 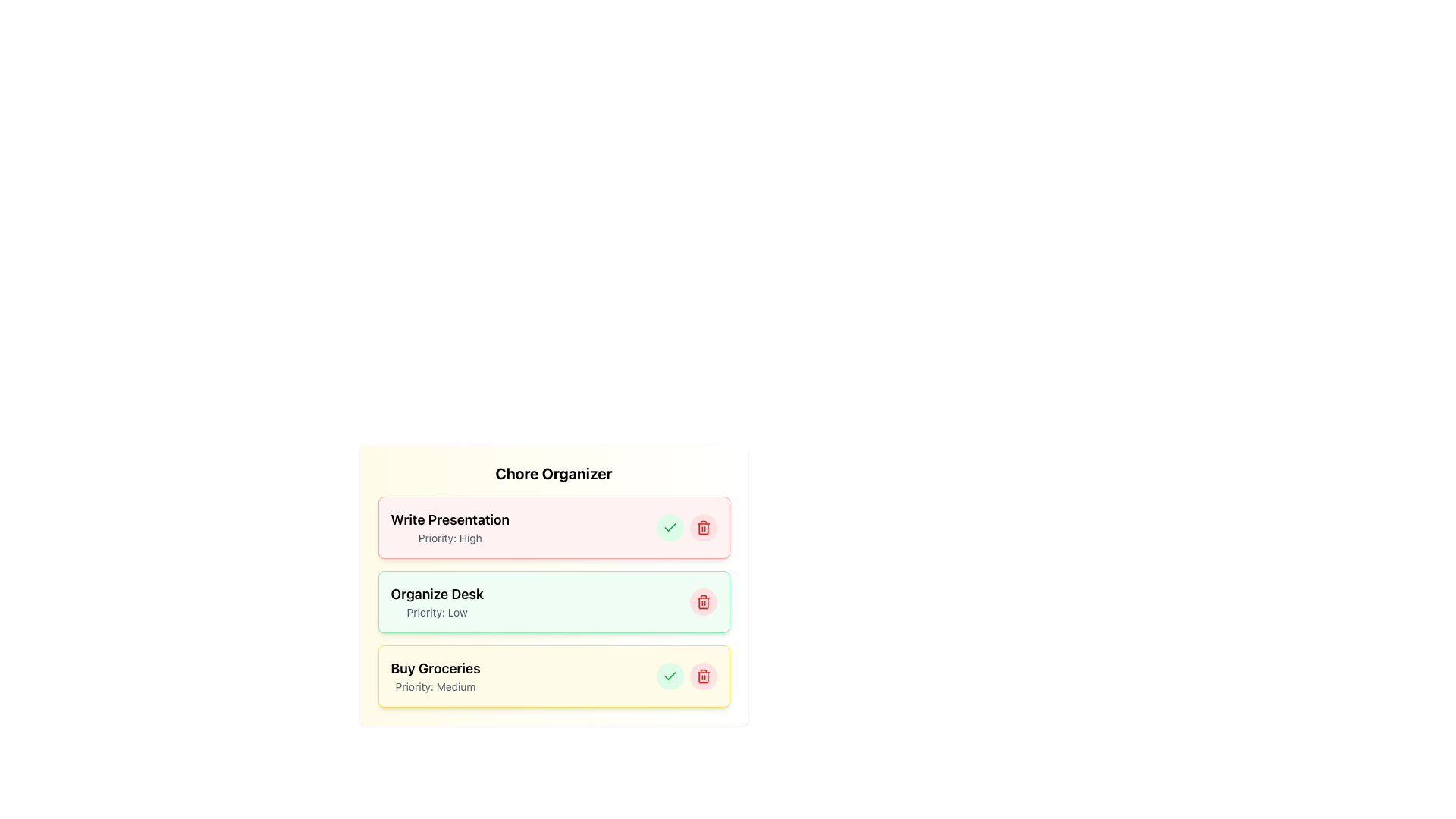 I want to click on the button that marks the task 'Write Presentation - Priority: High' as complete, so click(x=669, y=526).